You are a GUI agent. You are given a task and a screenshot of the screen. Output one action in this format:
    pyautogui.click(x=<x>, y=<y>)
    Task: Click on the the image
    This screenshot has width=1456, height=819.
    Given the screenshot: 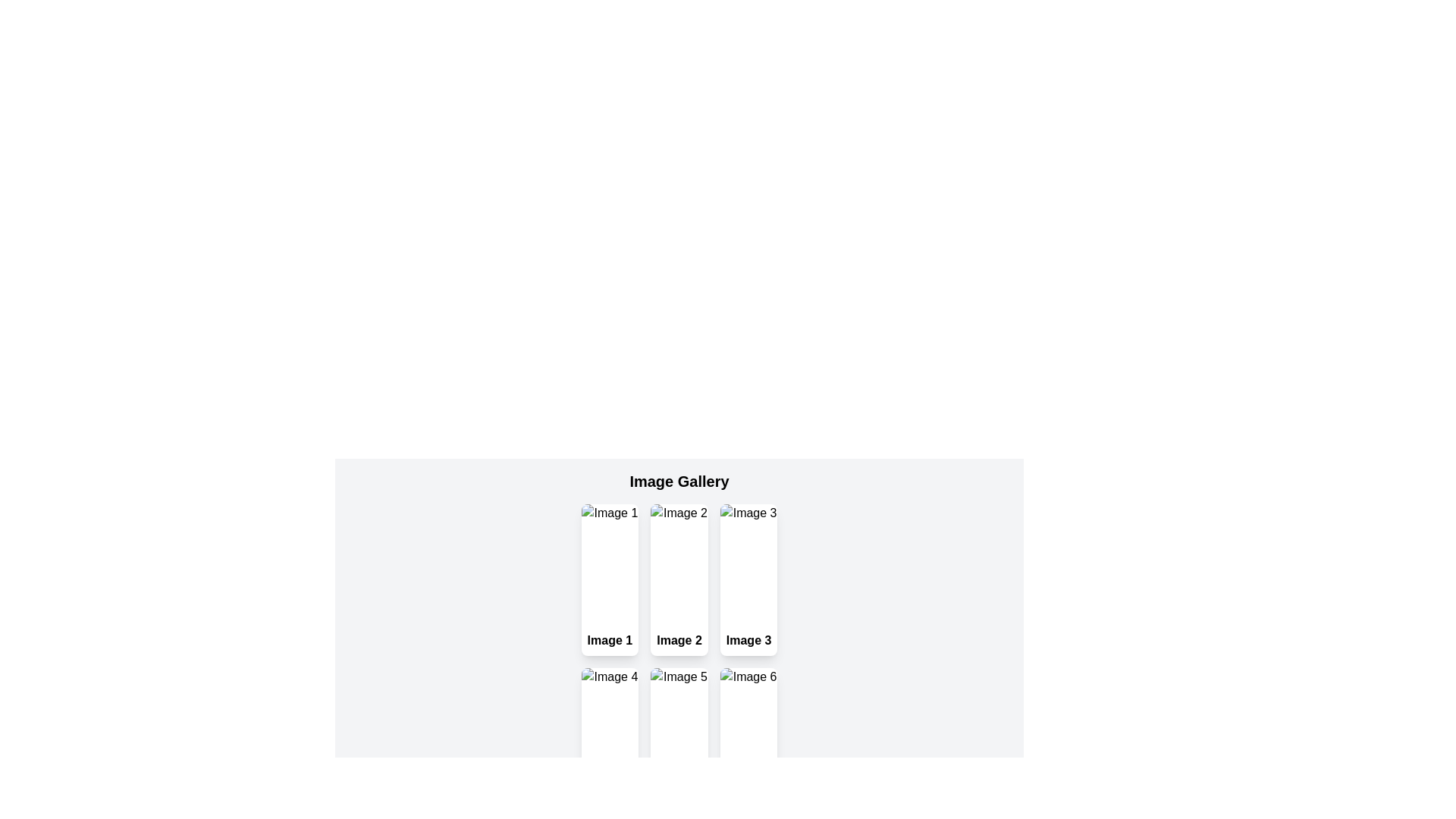 What is the action you would take?
    pyautogui.click(x=748, y=727)
    